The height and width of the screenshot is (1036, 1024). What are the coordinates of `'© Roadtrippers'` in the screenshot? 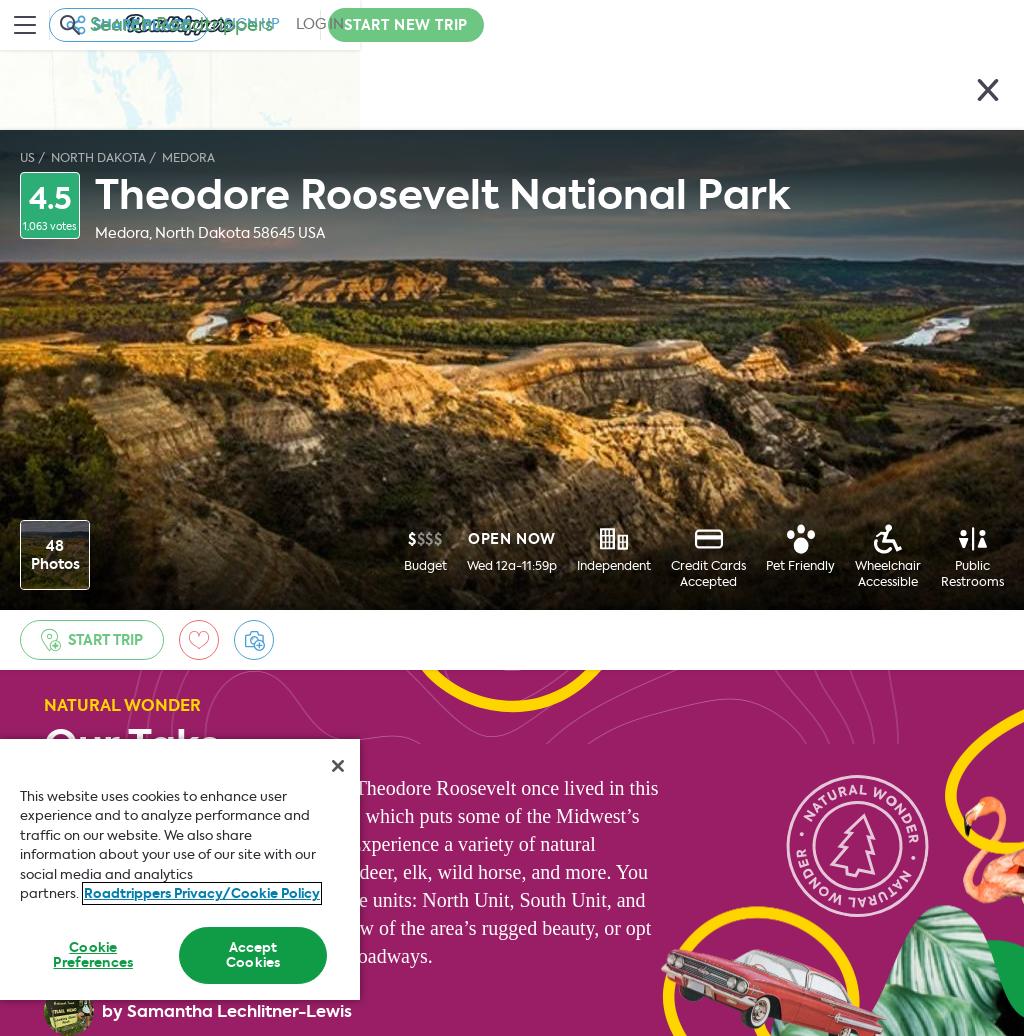 It's located at (95, 962).